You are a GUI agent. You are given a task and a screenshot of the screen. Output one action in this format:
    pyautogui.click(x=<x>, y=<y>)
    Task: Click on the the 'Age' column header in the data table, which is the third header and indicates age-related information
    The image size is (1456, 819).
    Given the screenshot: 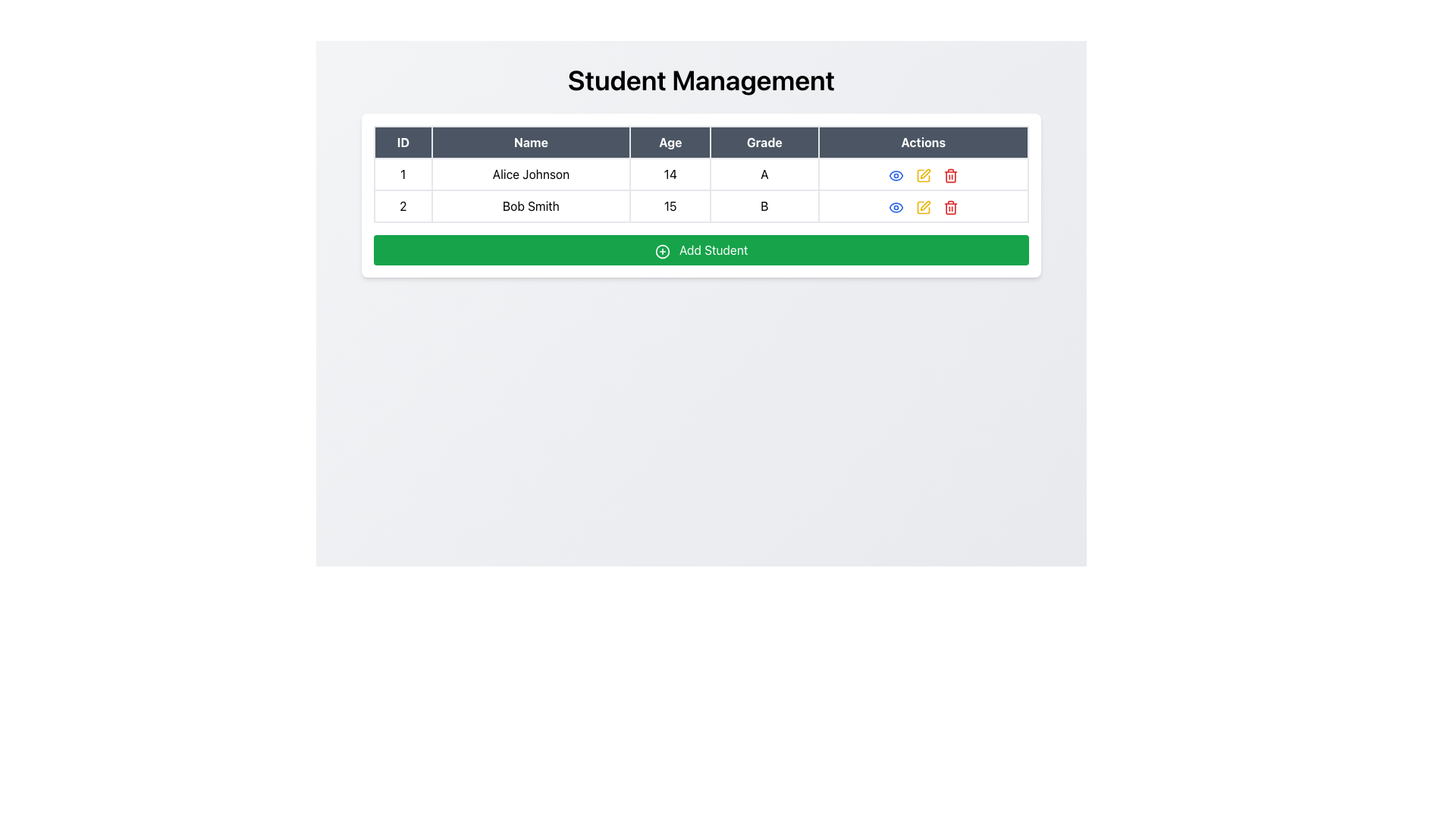 What is the action you would take?
    pyautogui.click(x=670, y=143)
    